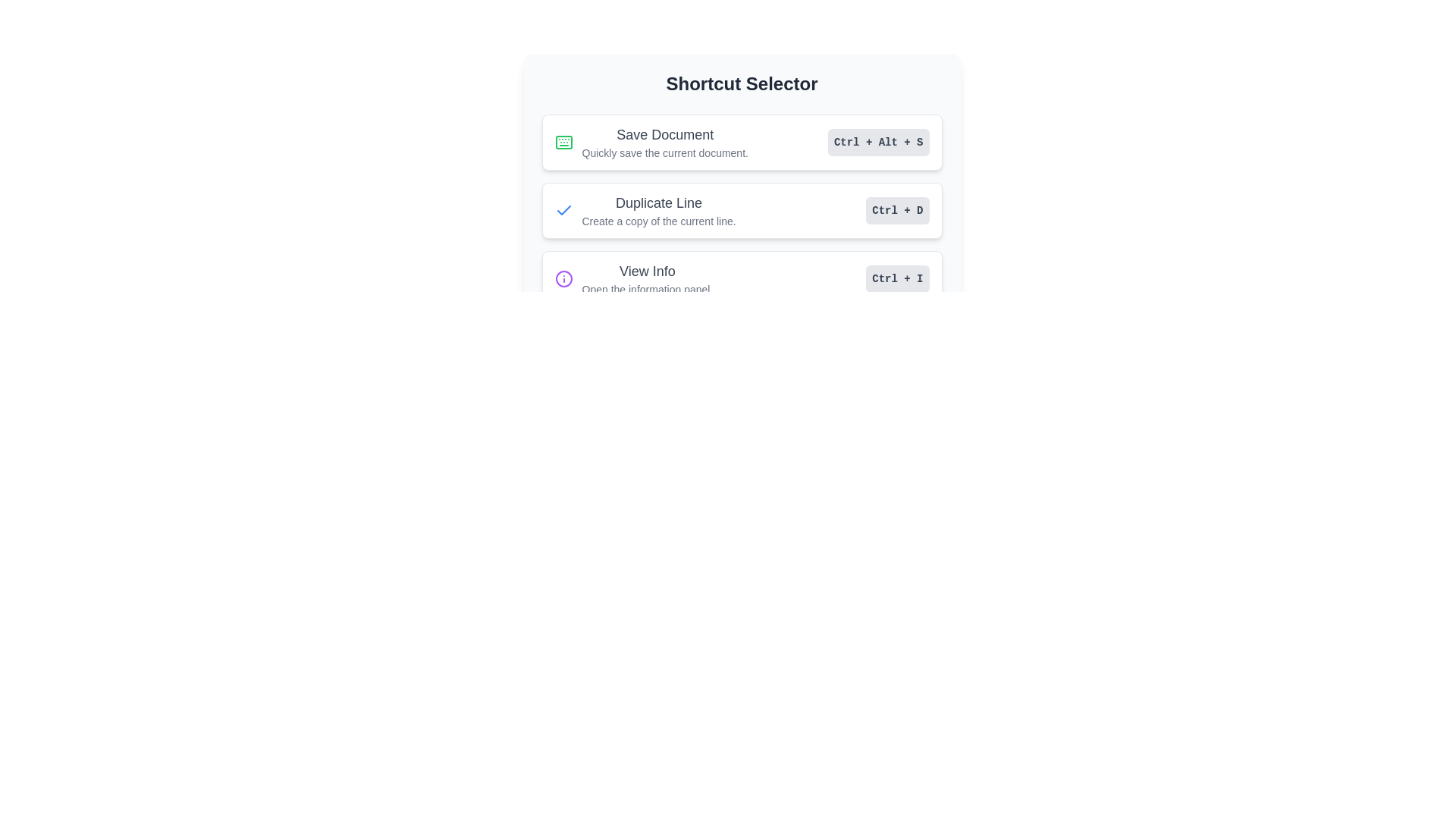 The image size is (1456, 819). What do you see at coordinates (665, 152) in the screenshot?
I see `descriptive text element located immediately beneath the heading 'Save Document', which provides additional details about the save function` at bounding box center [665, 152].